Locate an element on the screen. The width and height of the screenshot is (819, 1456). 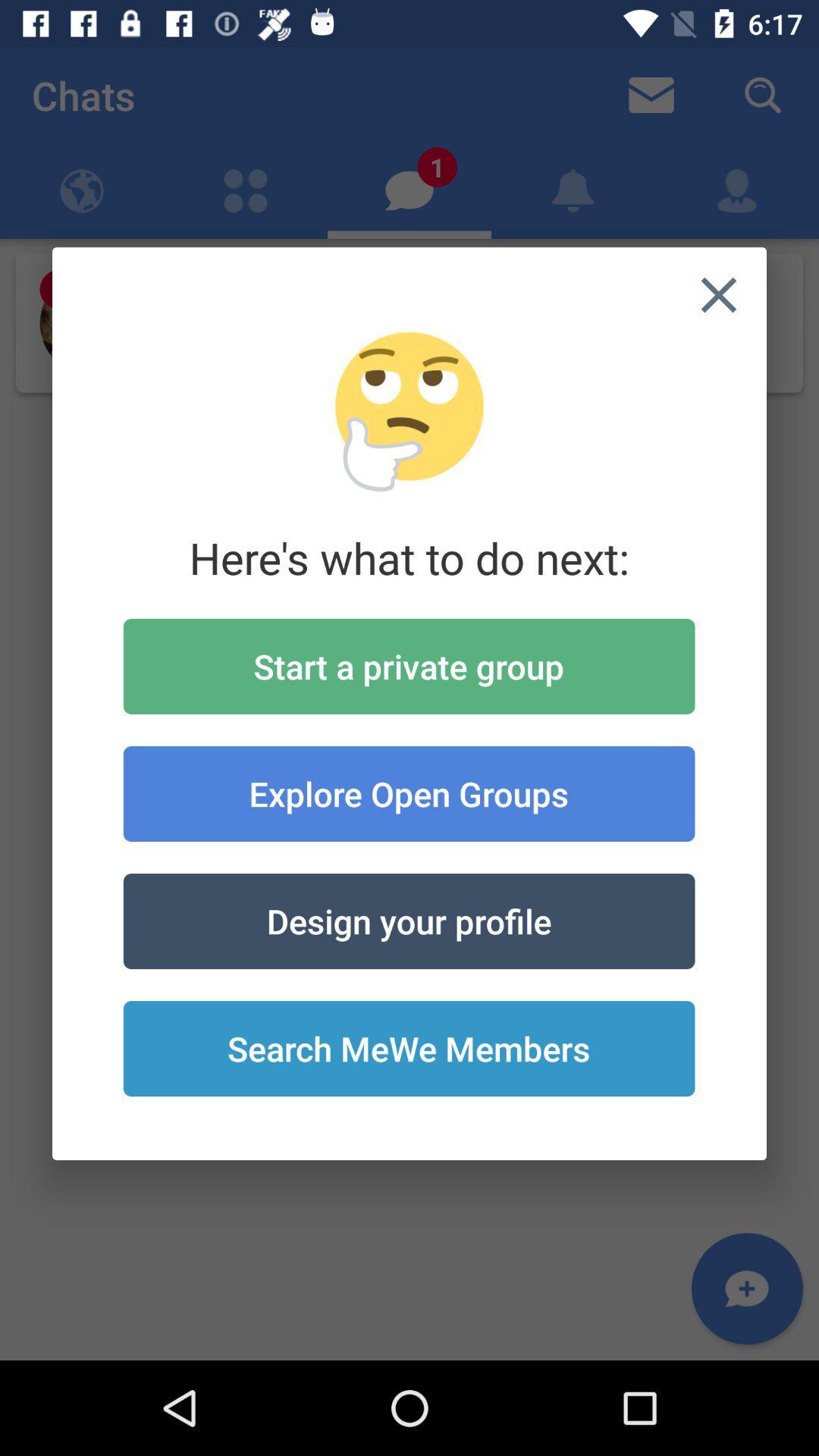
the icon above the search mewe members item is located at coordinates (408, 920).